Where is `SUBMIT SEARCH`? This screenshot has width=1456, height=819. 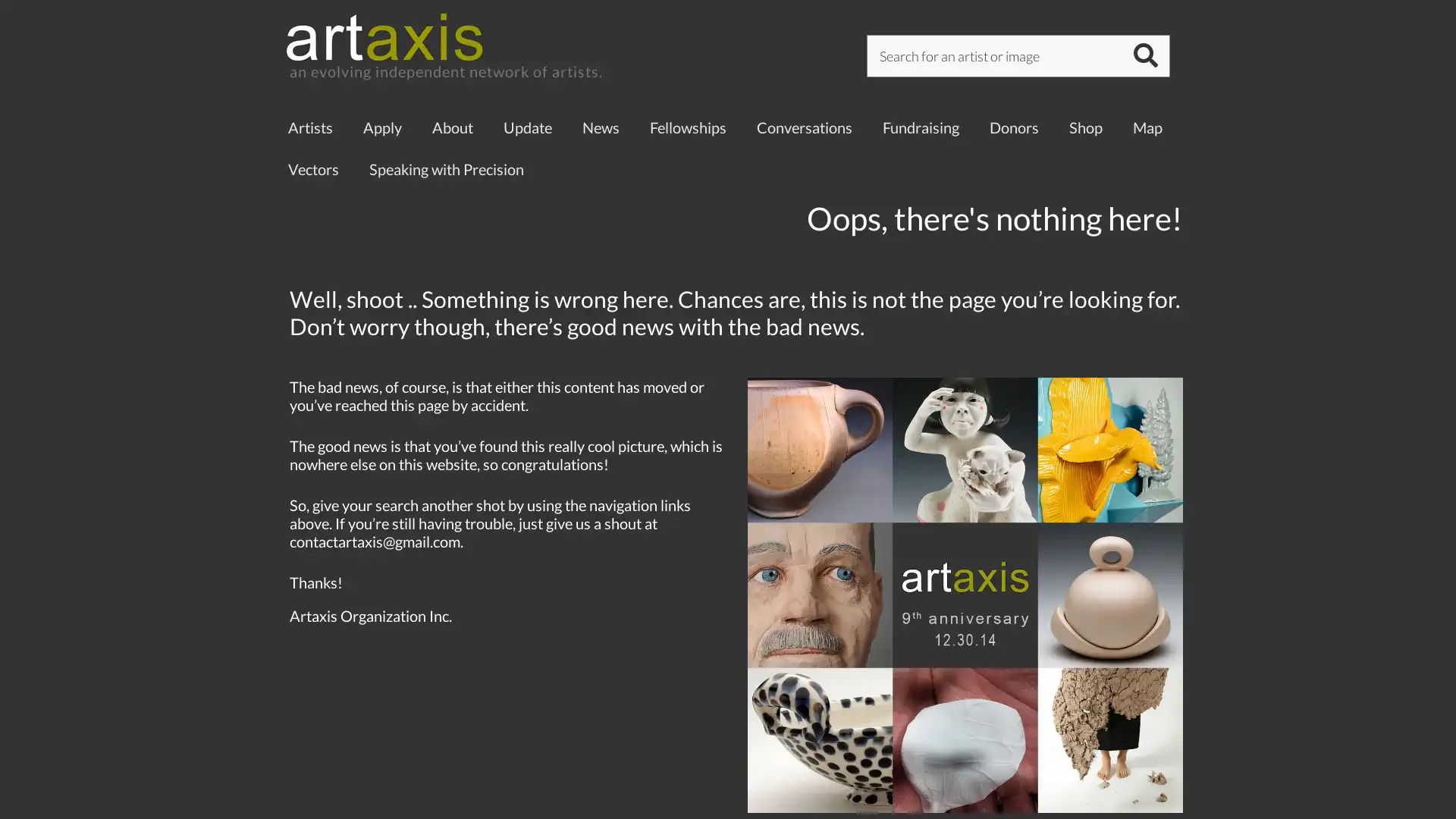 SUBMIT SEARCH is located at coordinates (1146, 55).